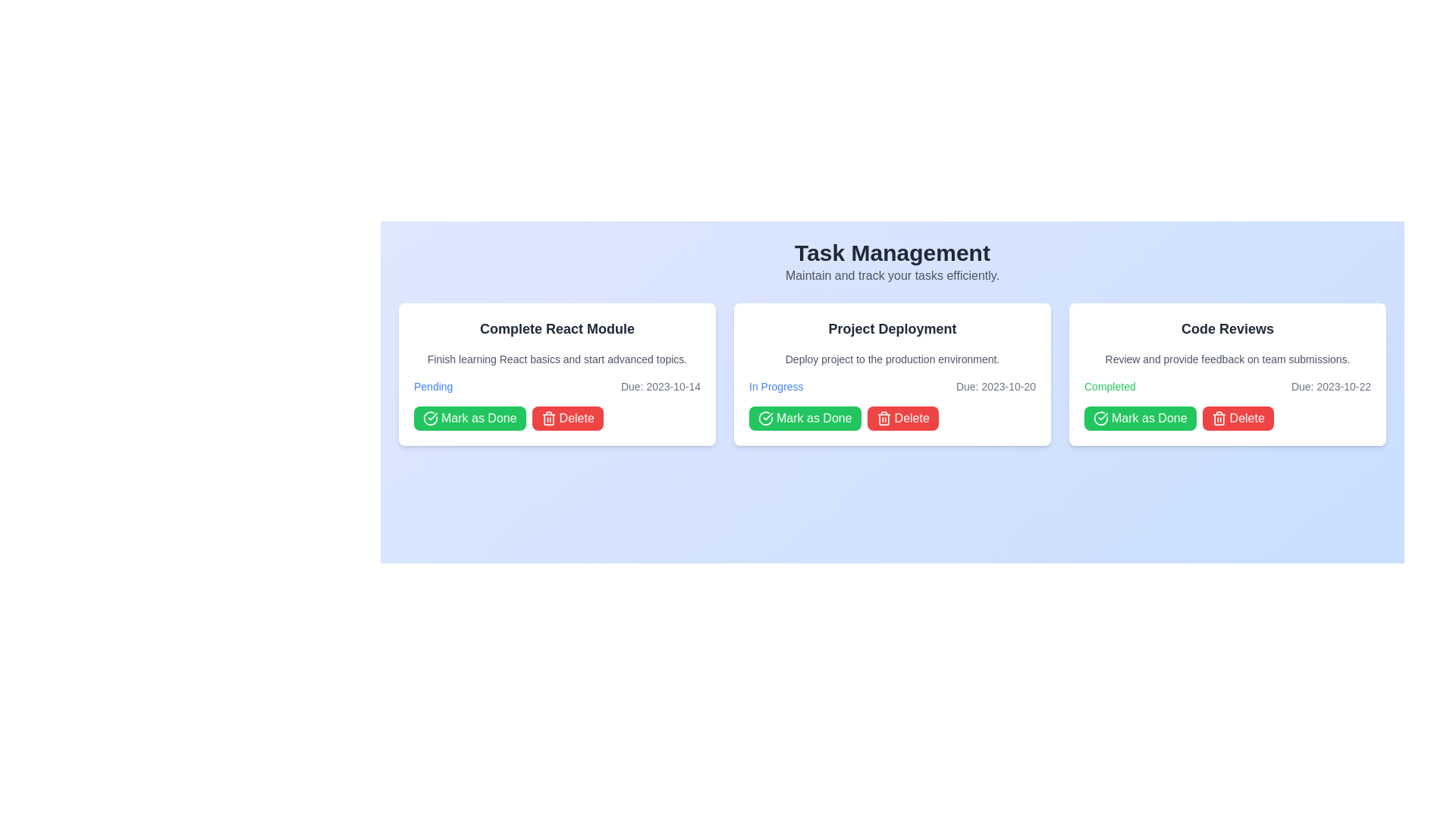  Describe the element at coordinates (1330, 385) in the screenshot. I see `the 'Due: 2023-10-22' text label displayed in a small gray font near the top-right corner of the 'Code Reviews' task card` at that location.